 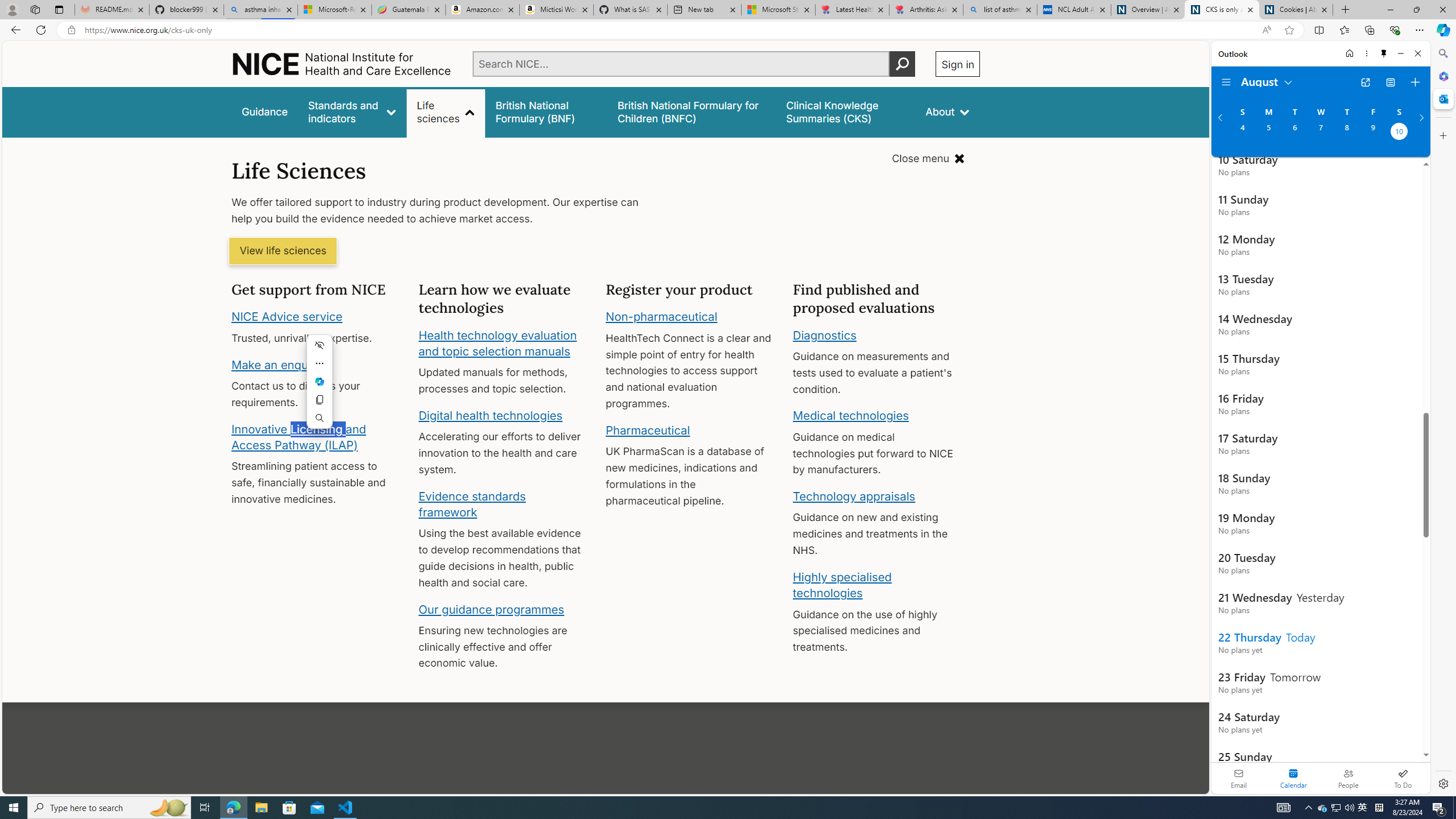 What do you see at coordinates (497, 342) in the screenshot?
I see `'Health technology evaluation and topic selection manuals'` at bounding box center [497, 342].